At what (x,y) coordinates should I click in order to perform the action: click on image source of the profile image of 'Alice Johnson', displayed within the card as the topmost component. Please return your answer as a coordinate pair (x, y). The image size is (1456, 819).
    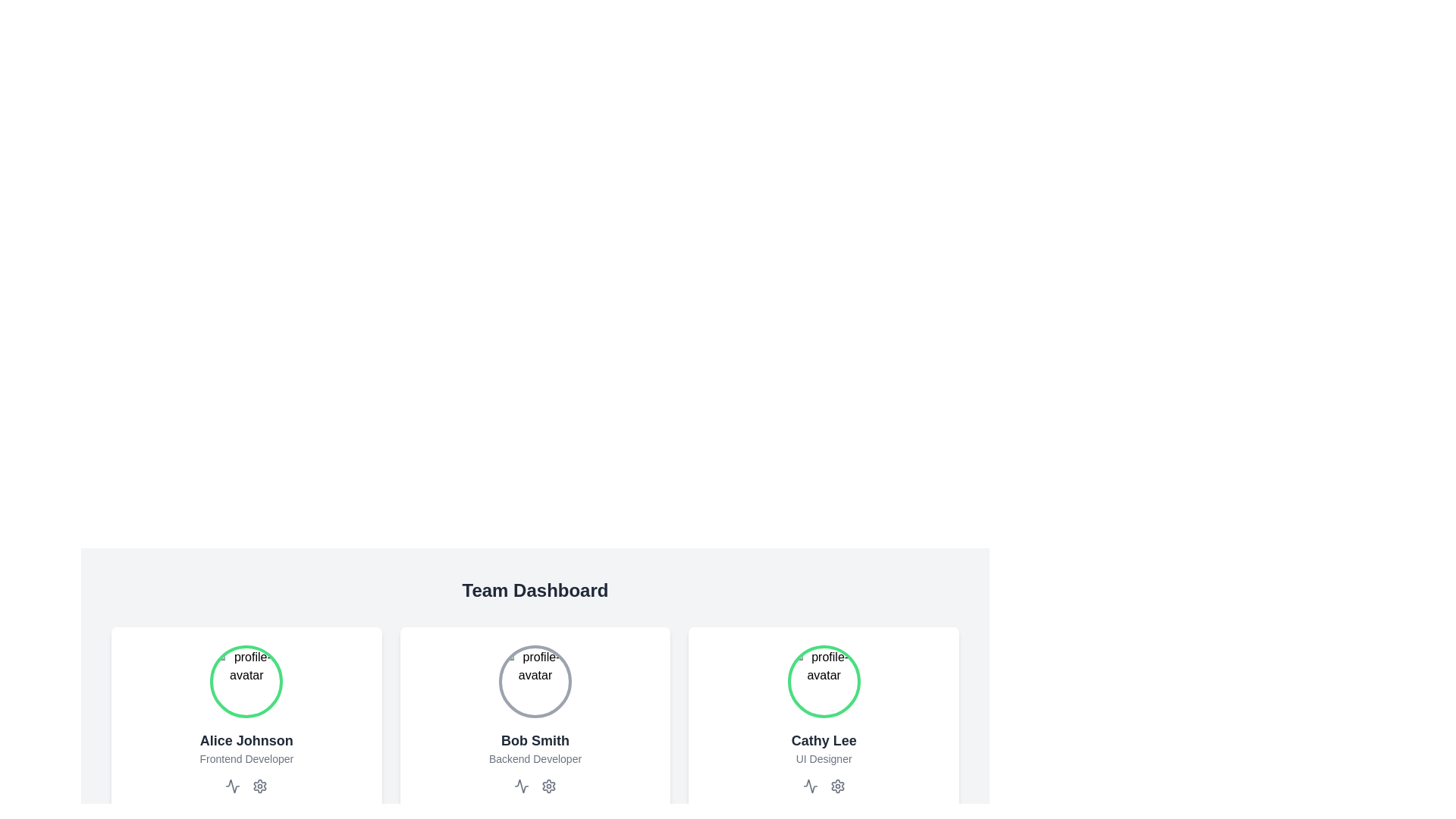
    Looking at the image, I should click on (246, 680).